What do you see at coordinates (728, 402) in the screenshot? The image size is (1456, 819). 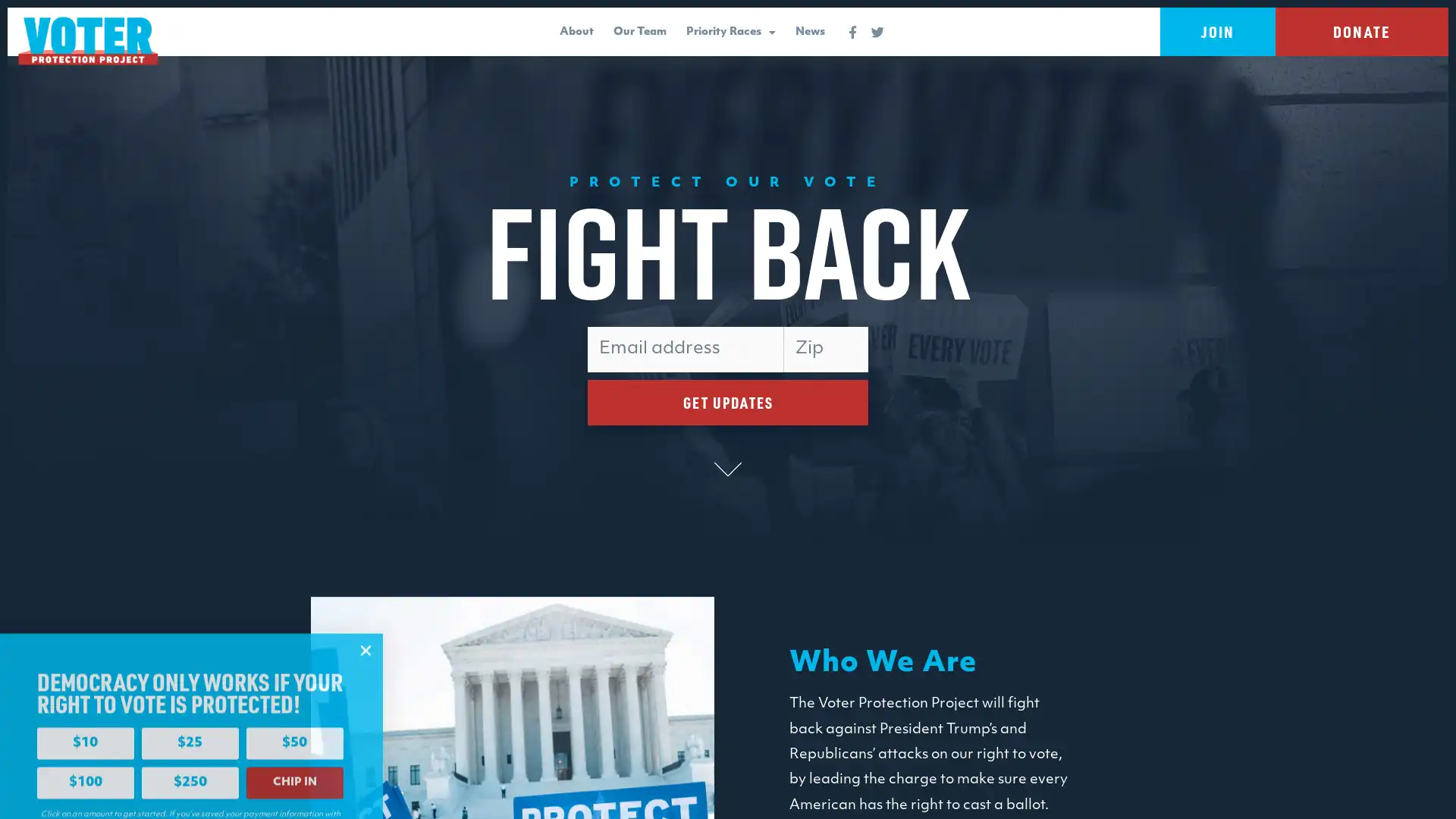 I see `GET UPDATES` at bounding box center [728, 402].